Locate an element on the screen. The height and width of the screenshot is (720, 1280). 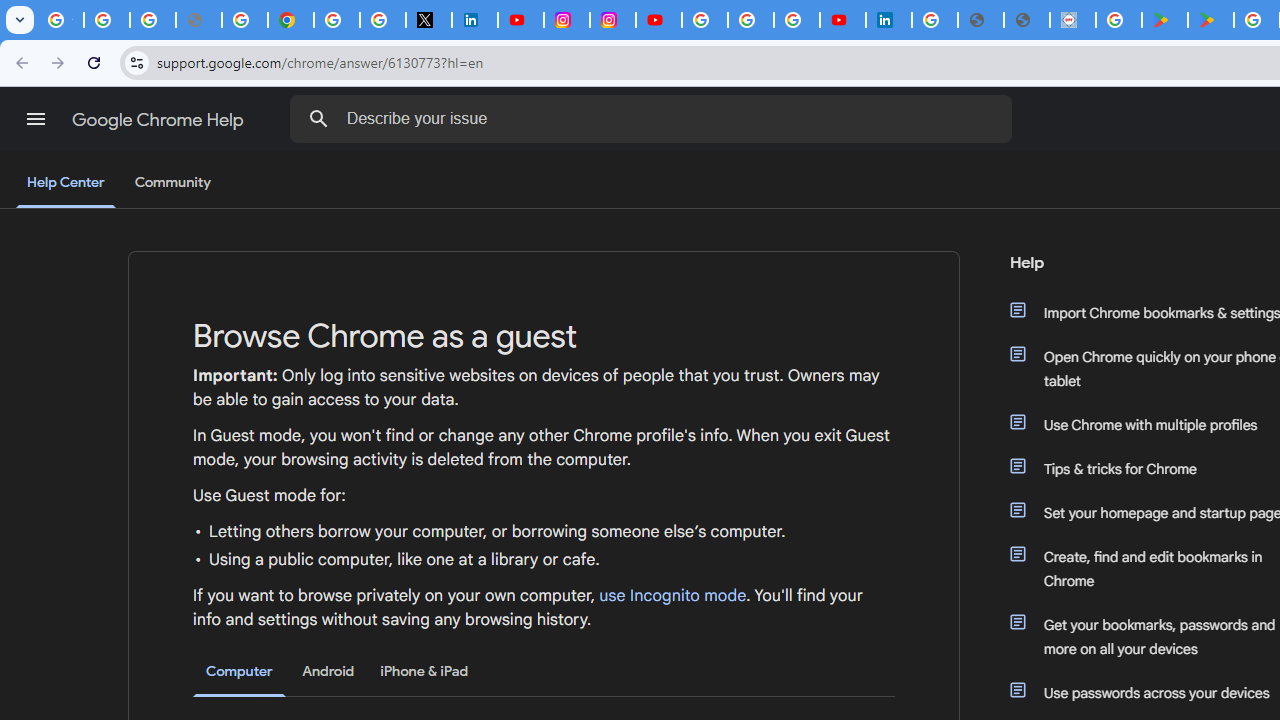
'Community' is located at coordinates (172, 183).